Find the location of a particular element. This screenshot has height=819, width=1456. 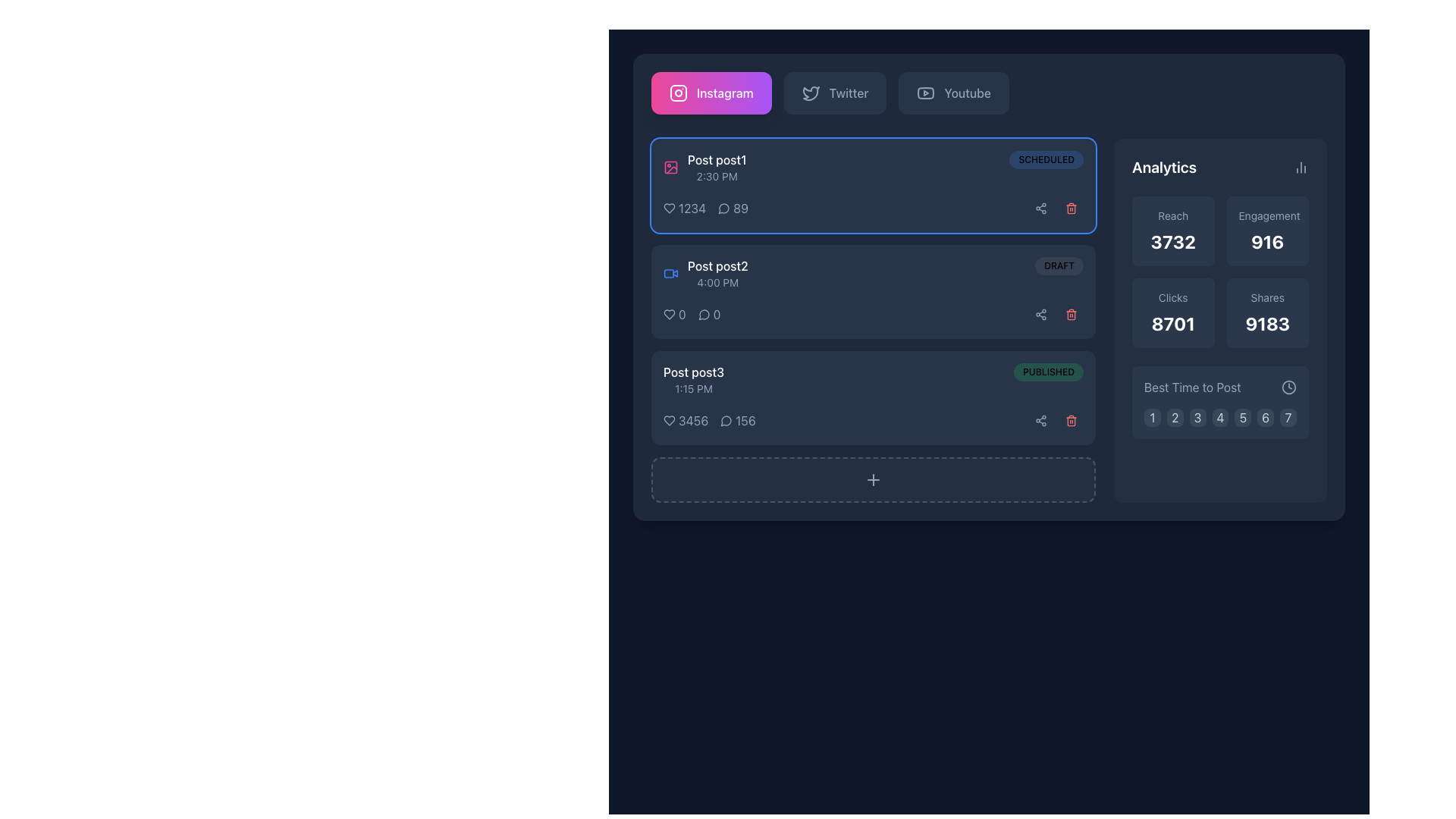

the red trash bin button, which is the second button in a small group of controls on the right-hand side of the card labeled 'Post post3' is located at coordinates (1070, 421).